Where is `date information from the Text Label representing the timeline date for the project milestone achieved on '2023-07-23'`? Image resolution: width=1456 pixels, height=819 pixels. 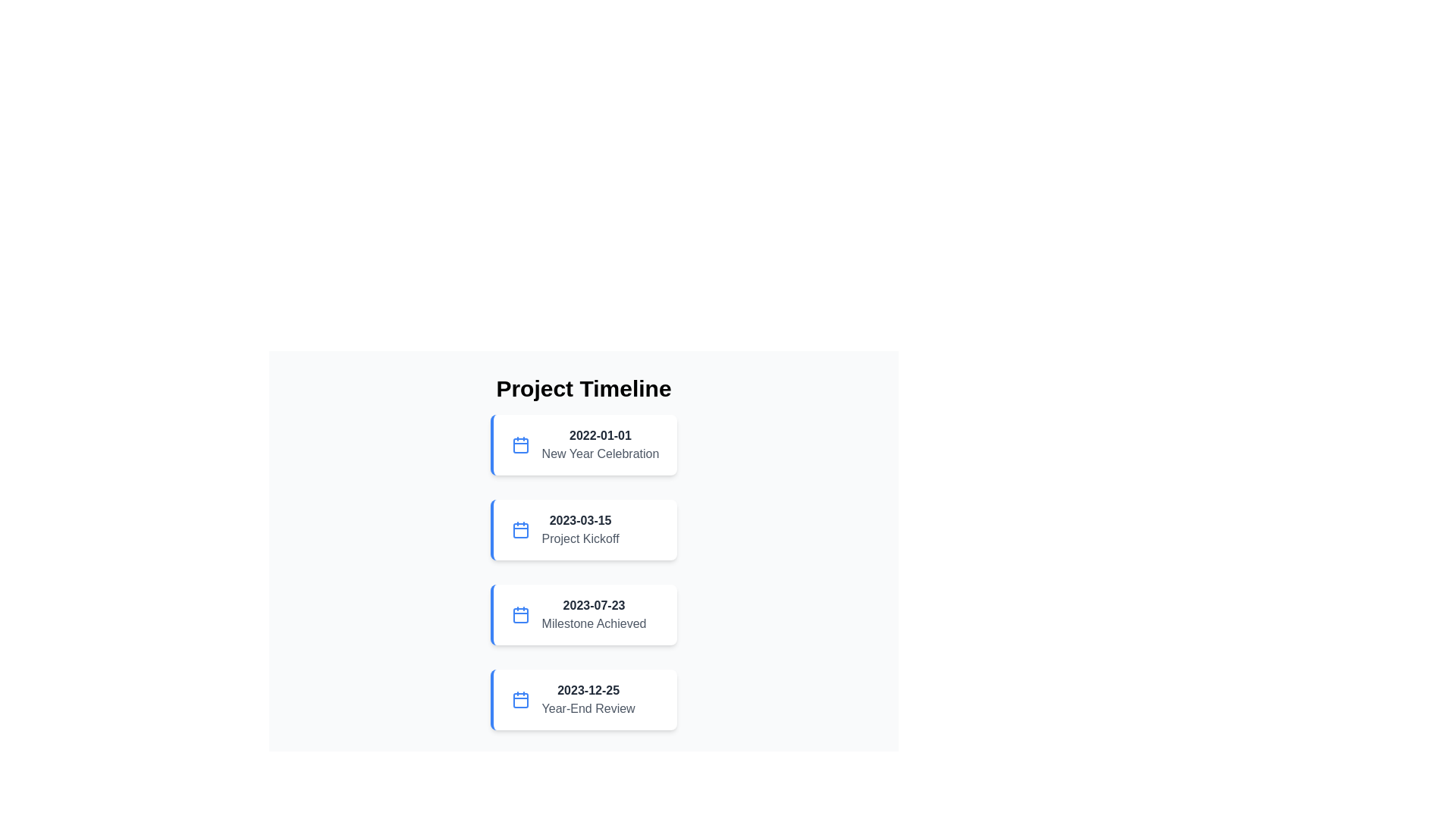
date information from the Text Label representing the timeline date for the project milestone achieved on '2023-07-23' is located at coordinates (593, 604).